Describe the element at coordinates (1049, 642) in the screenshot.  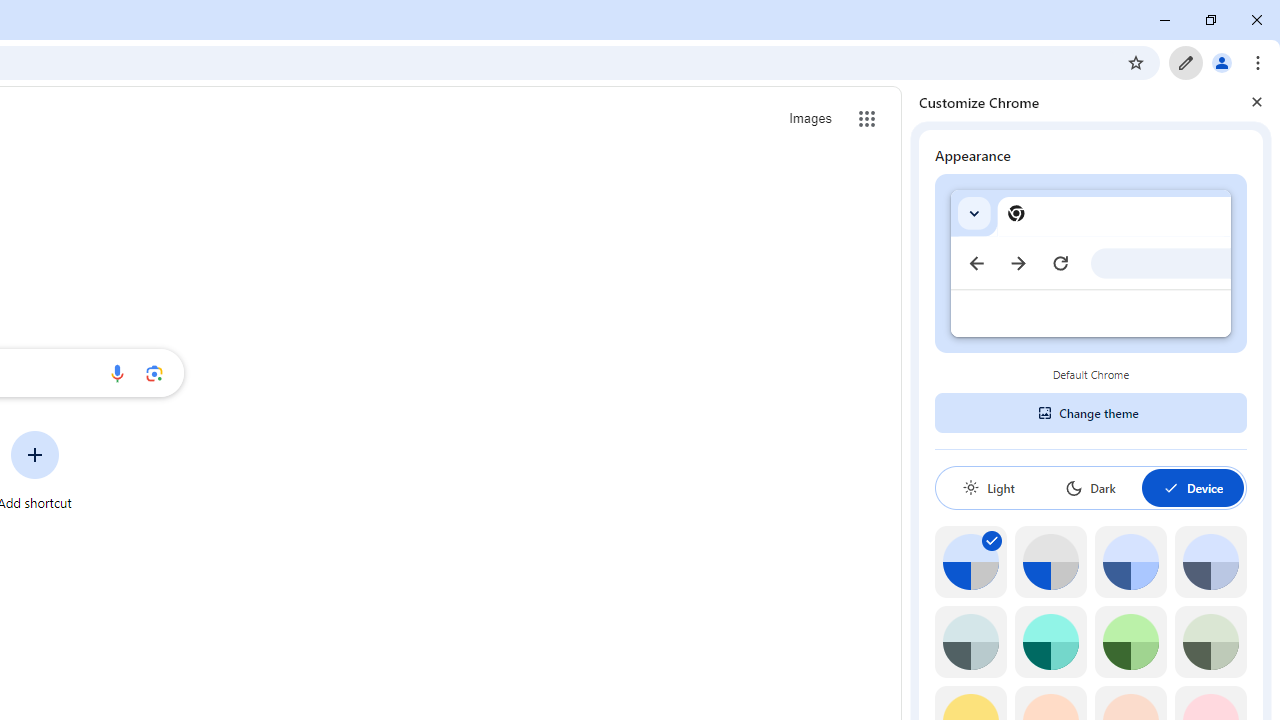
I see `'Aqua'` at that location.